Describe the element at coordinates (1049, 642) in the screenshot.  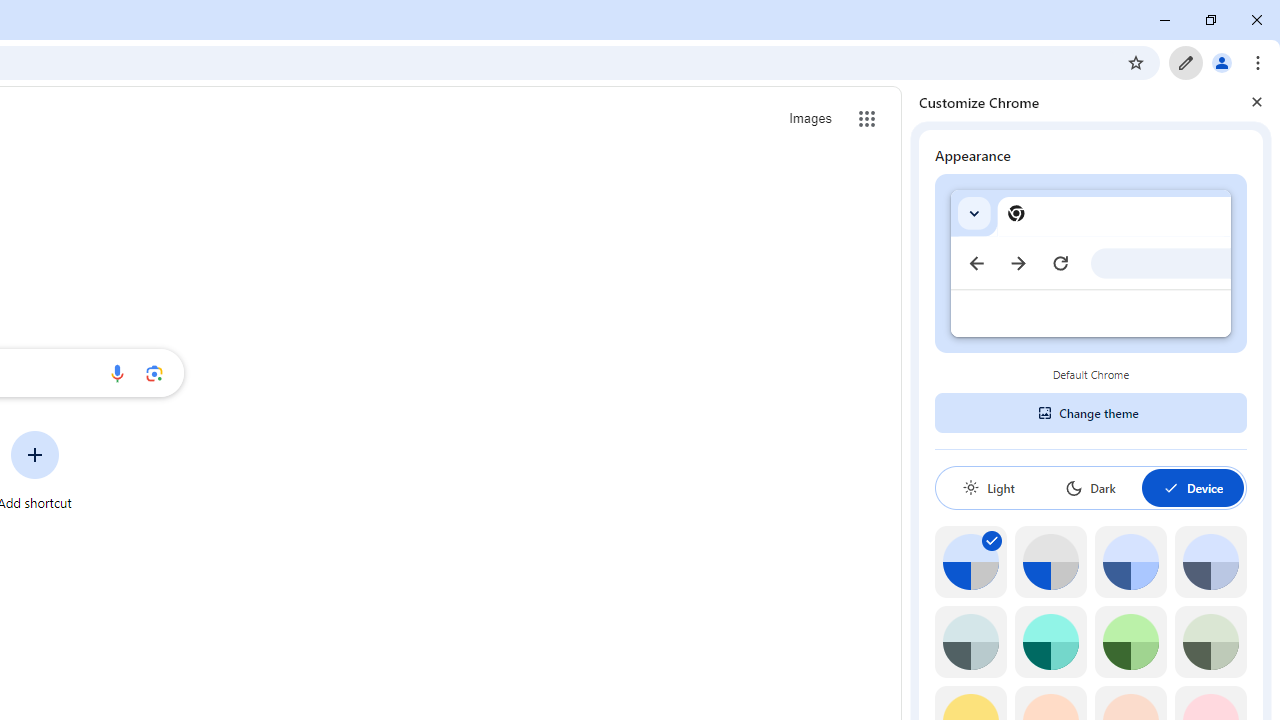
I see `'Aqua'` at that location.